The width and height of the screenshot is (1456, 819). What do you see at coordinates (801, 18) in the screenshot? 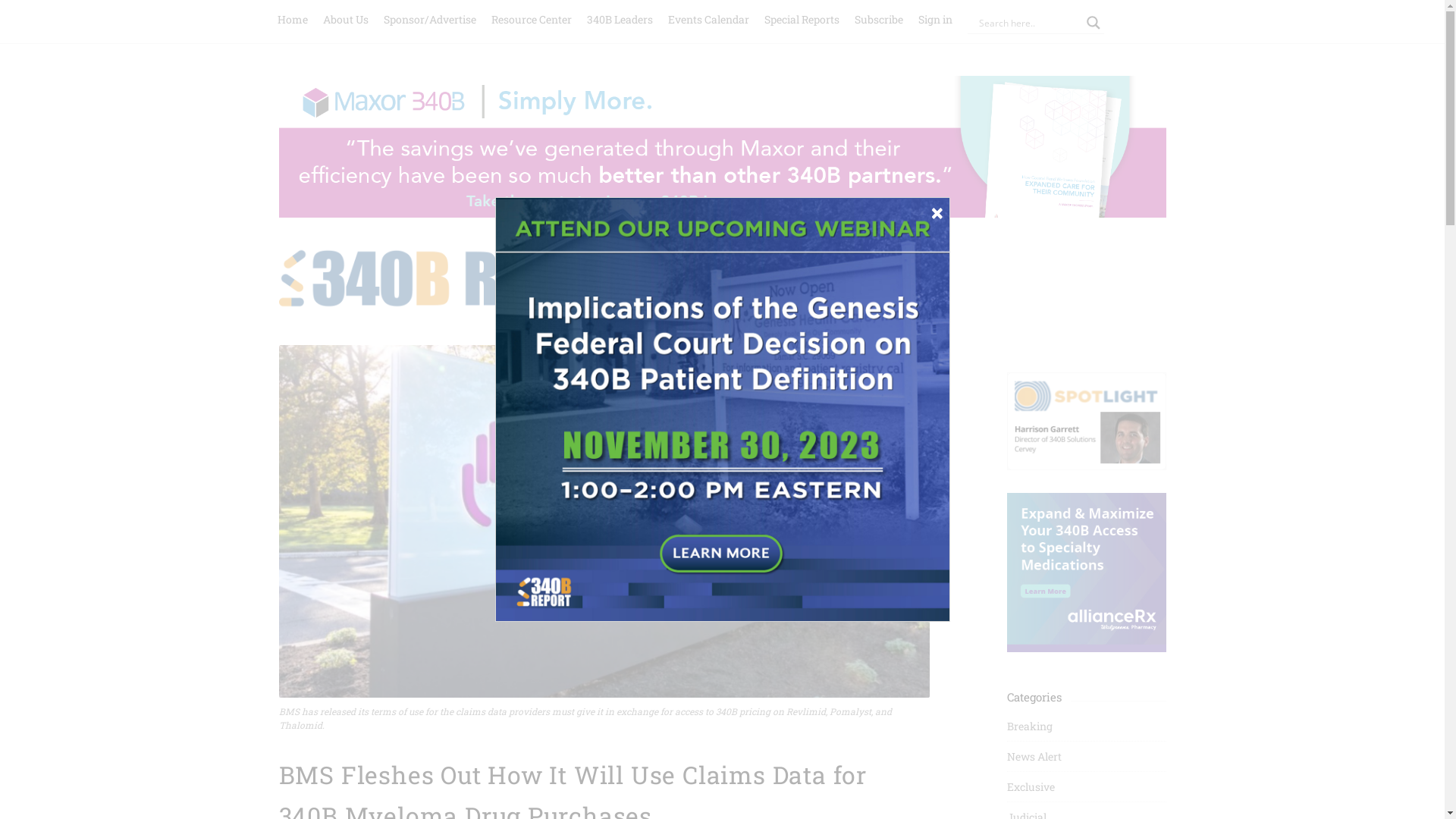
I see `'Special Reports'` at bounding box center [801, 18].